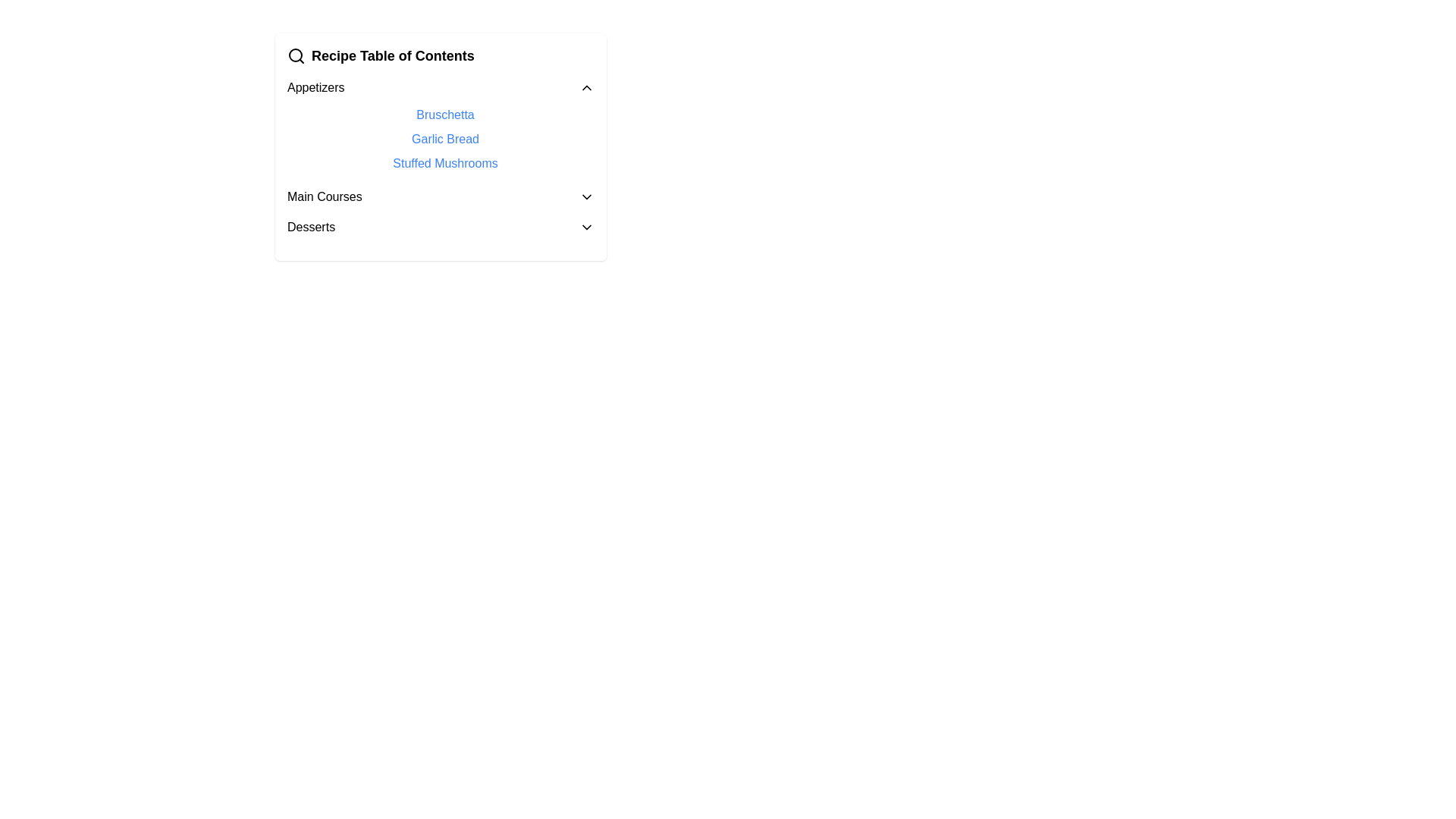  Describe the element at coordinates (440, 158) in the screenshot. I see `the third hyperlink in the 'Appetizers' dropdown section` at that location.